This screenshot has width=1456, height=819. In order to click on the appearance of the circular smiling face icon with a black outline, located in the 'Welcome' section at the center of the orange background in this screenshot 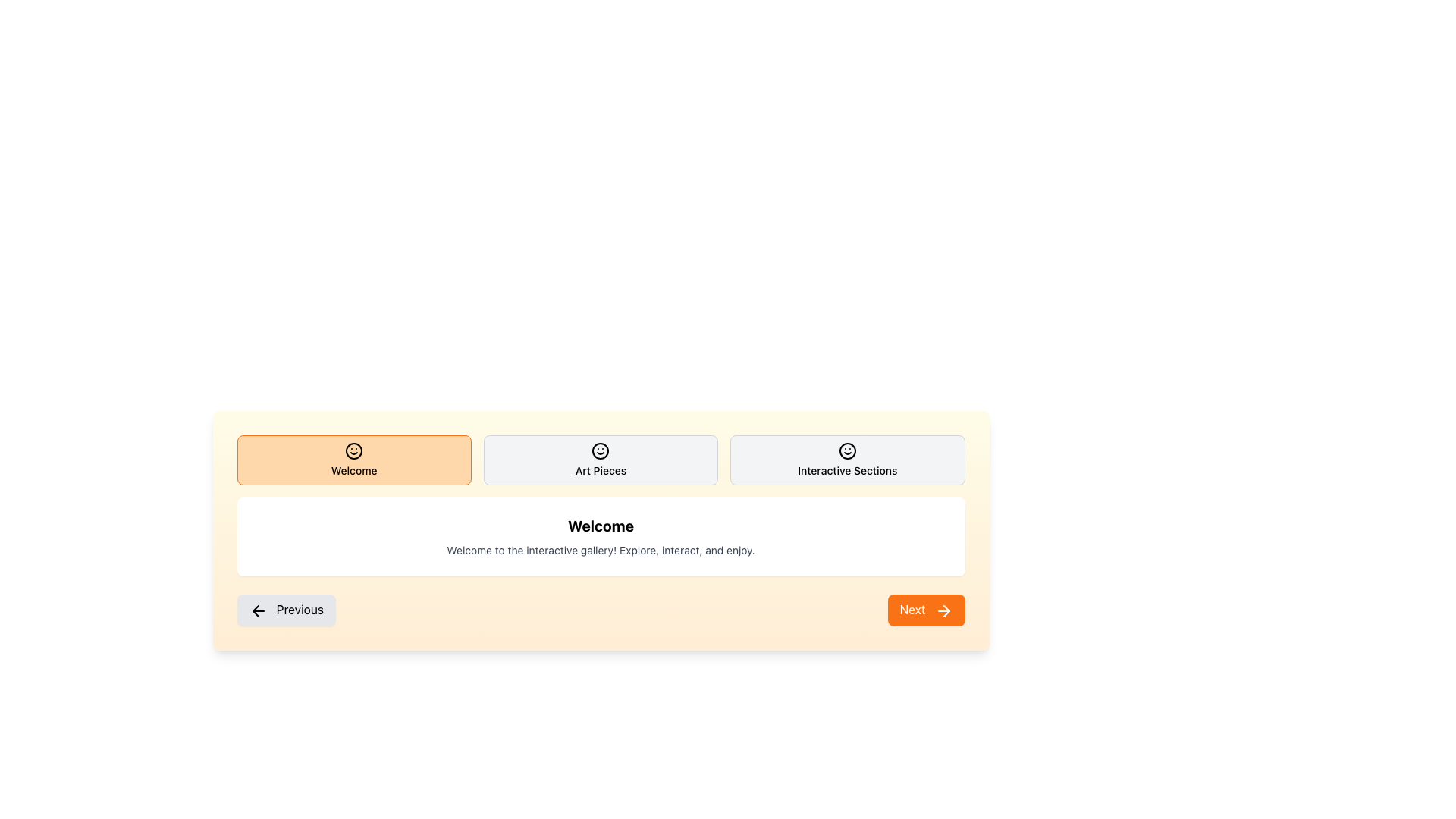, I will do `click(353, 450)`.